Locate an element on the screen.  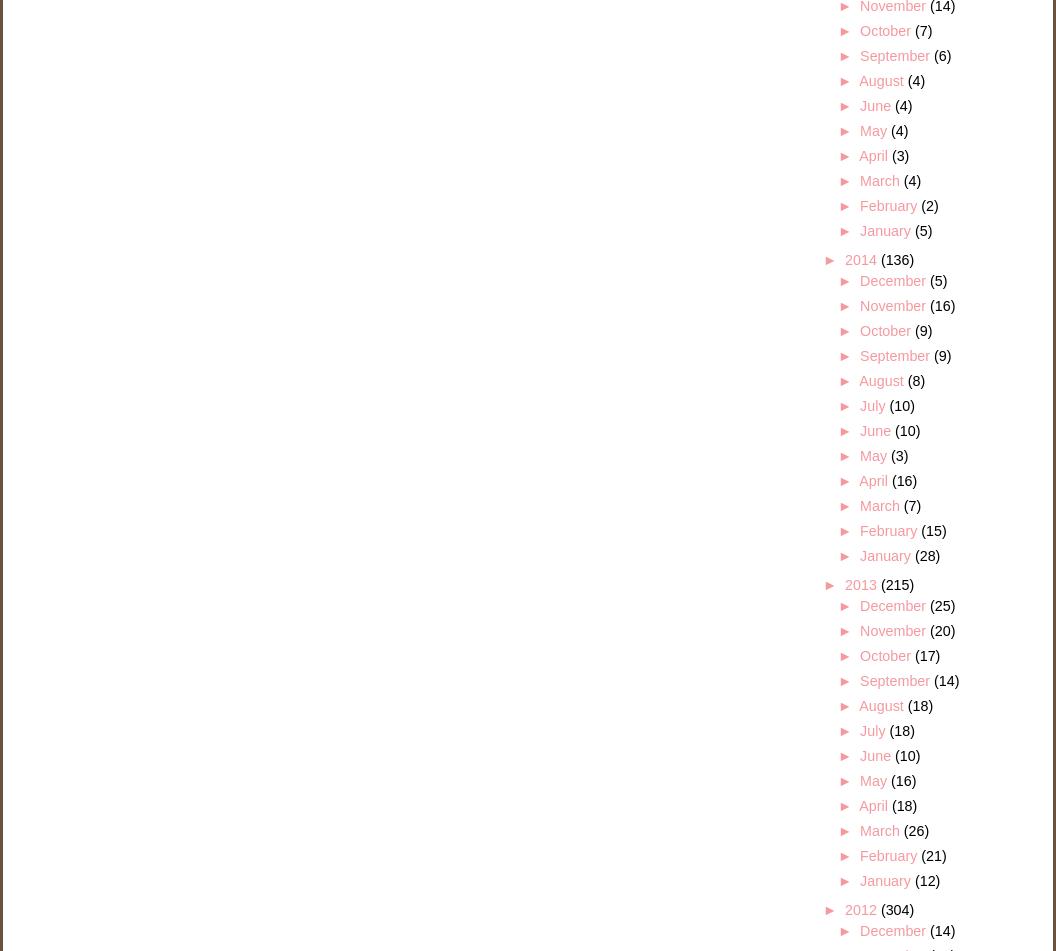
'(6)' is located at coordinates (942, 56).